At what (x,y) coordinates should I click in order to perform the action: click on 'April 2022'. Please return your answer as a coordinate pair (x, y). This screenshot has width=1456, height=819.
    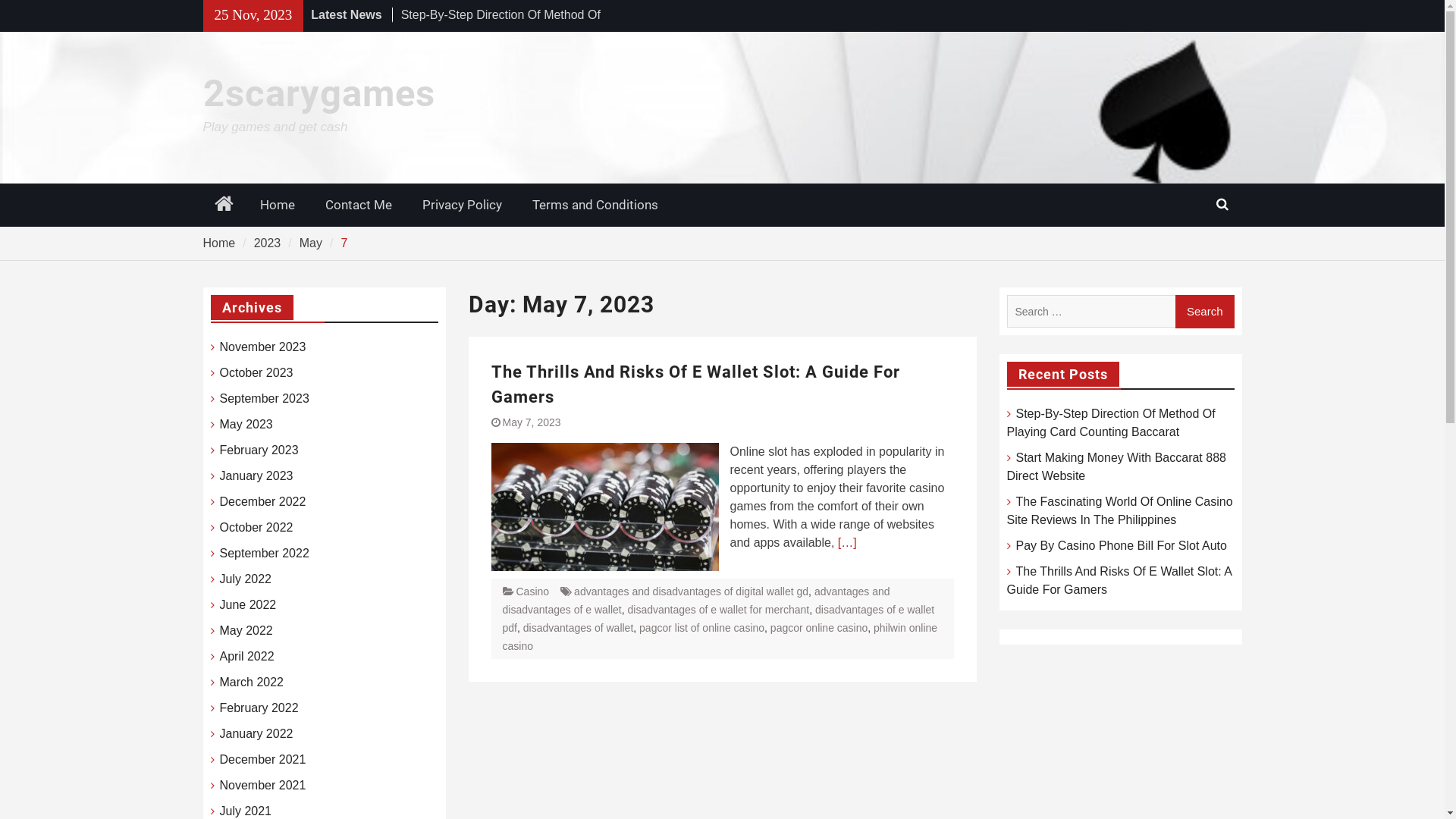
    Looking at the image, I should click on (218, 656).